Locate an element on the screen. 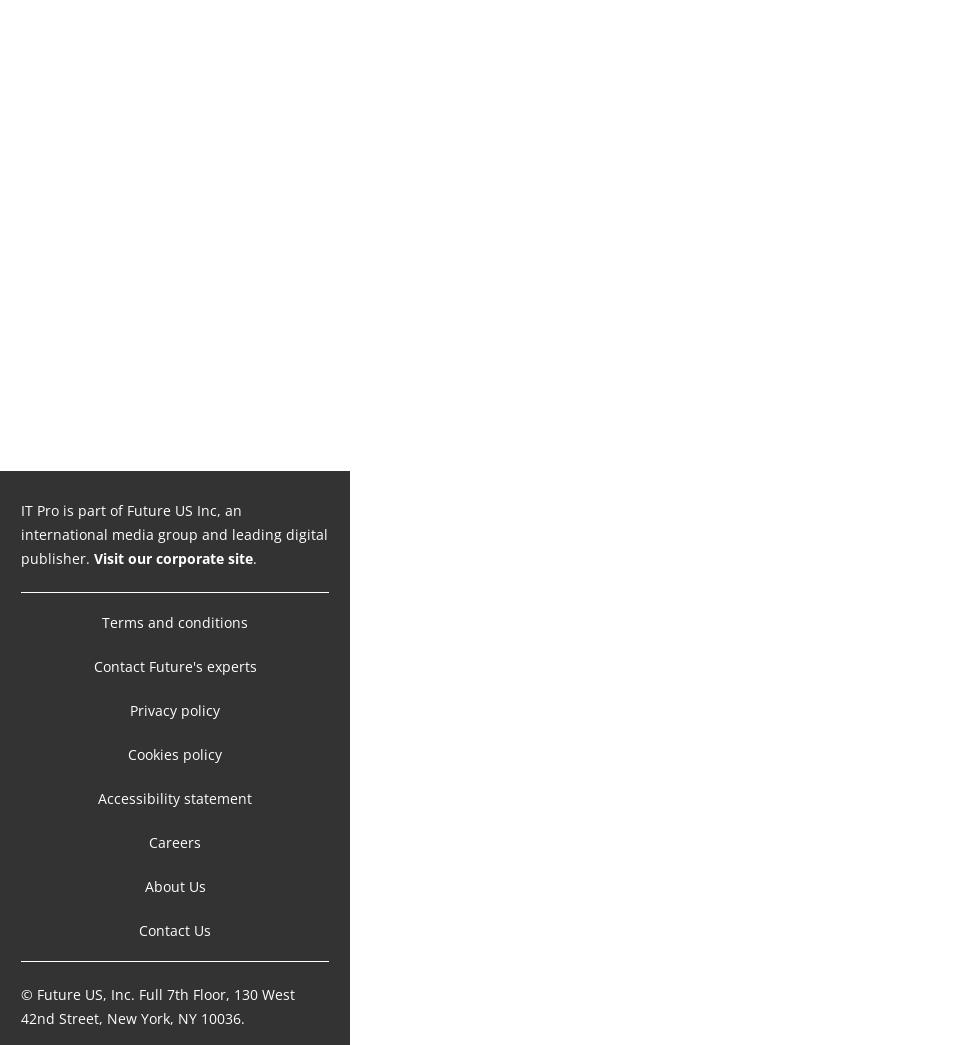 The image size is (980, 1045). '.' is located at coordinates (254, 537).